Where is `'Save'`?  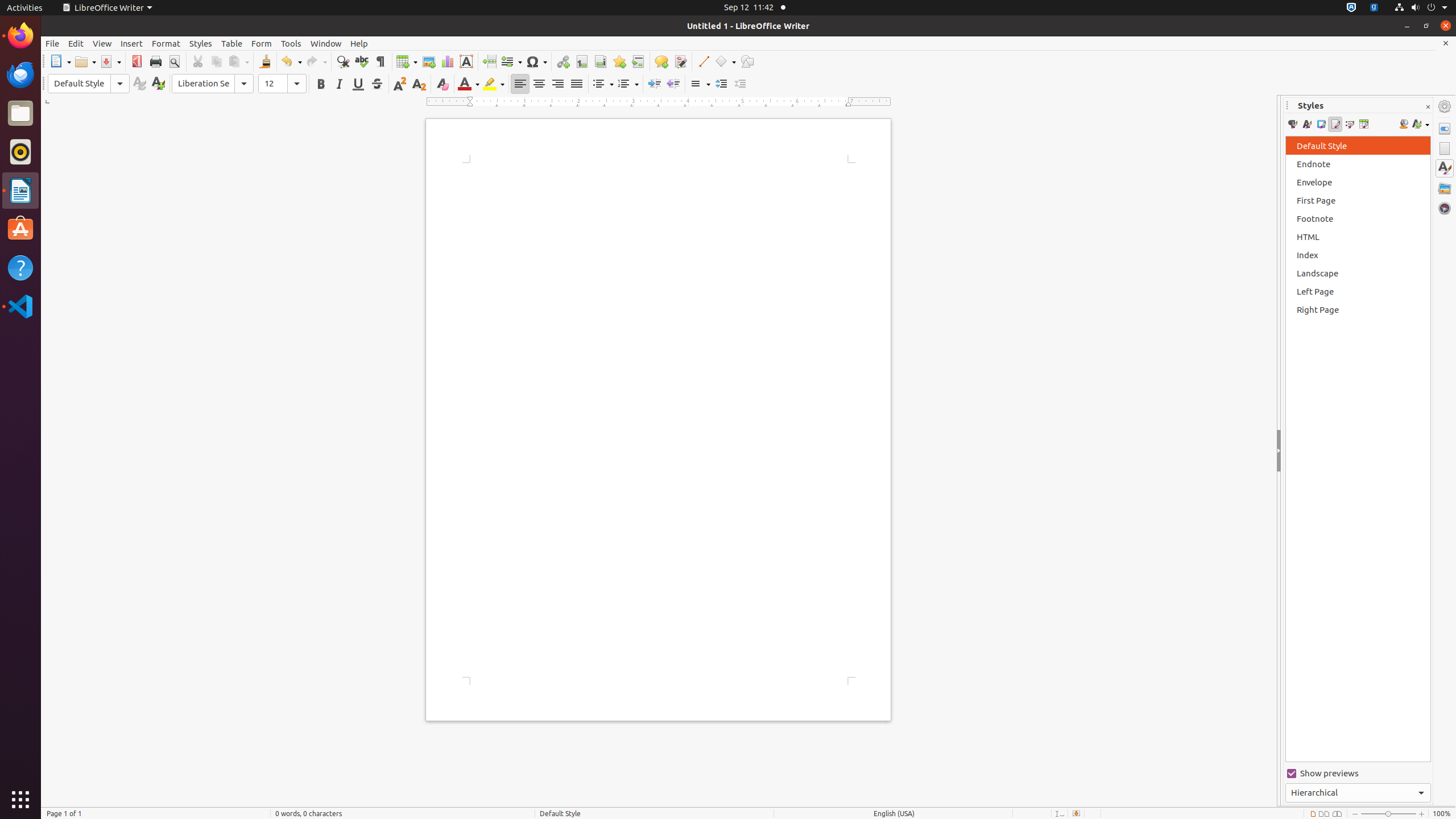 'Save' is located at coordinates (110, 61).